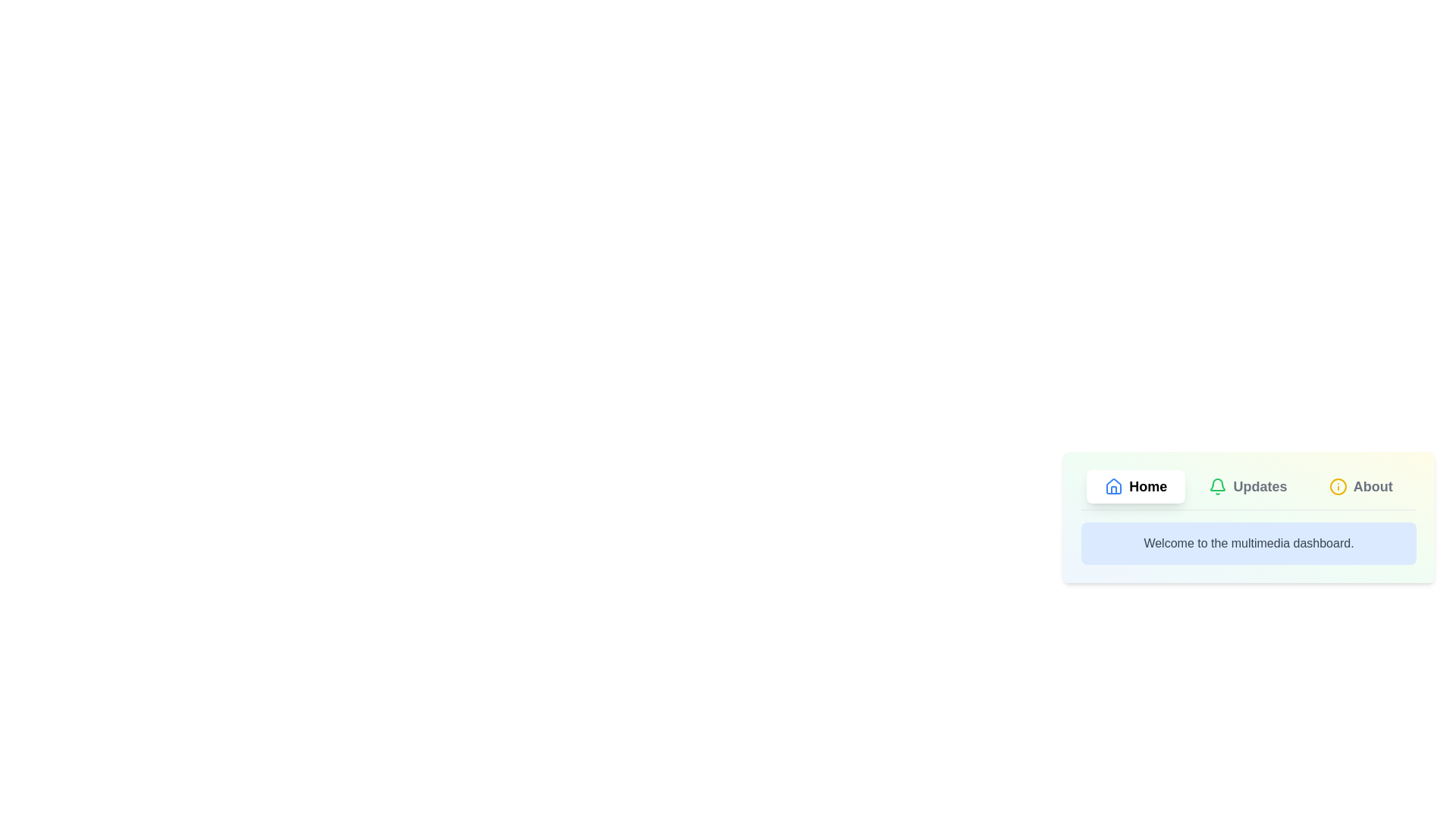  I want to click on the tab 'About' to view its content, so click(1361, 486).